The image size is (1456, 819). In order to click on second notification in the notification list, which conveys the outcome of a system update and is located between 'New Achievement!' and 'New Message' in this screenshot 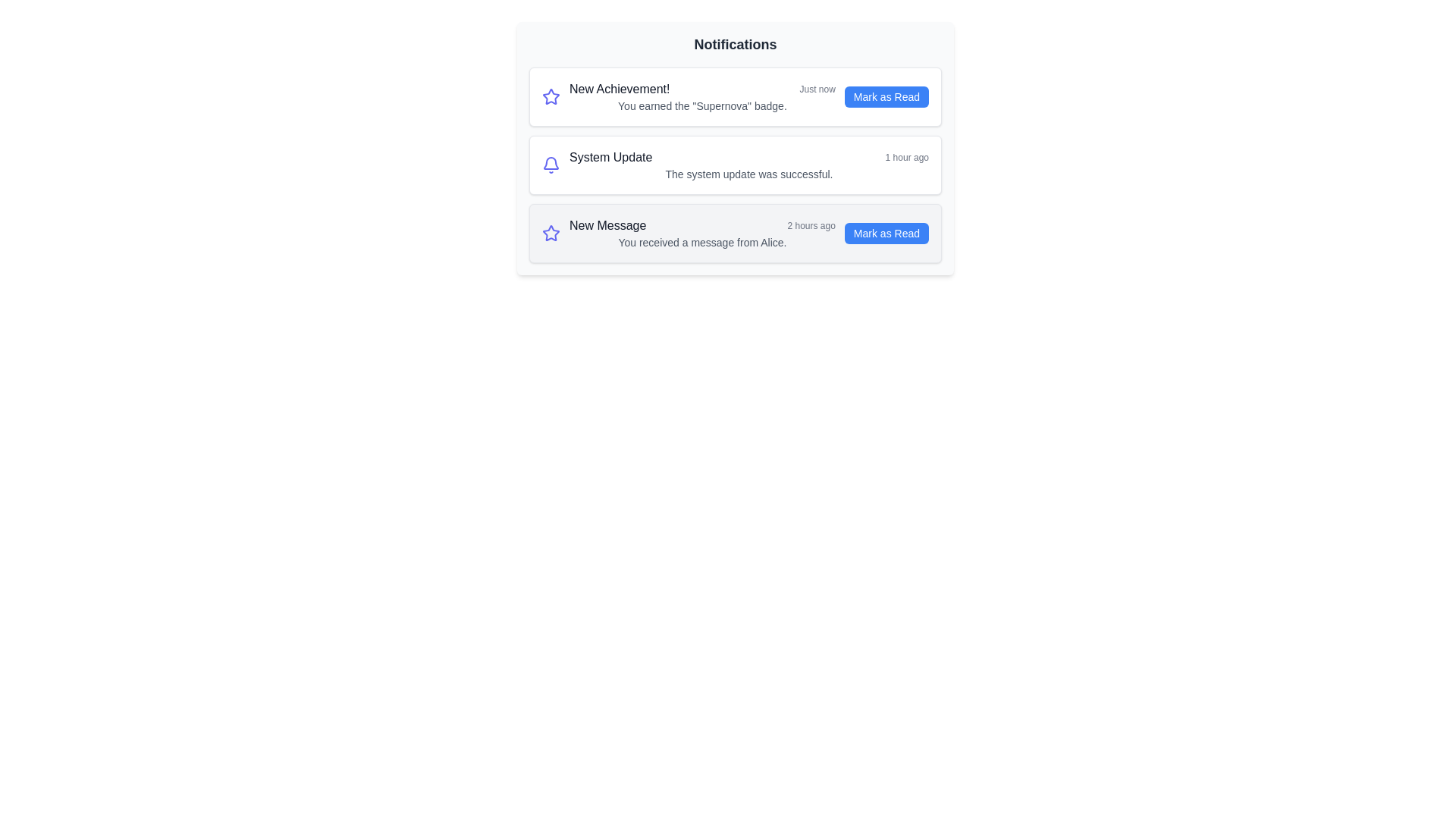, I will do `click(735, 165)`.